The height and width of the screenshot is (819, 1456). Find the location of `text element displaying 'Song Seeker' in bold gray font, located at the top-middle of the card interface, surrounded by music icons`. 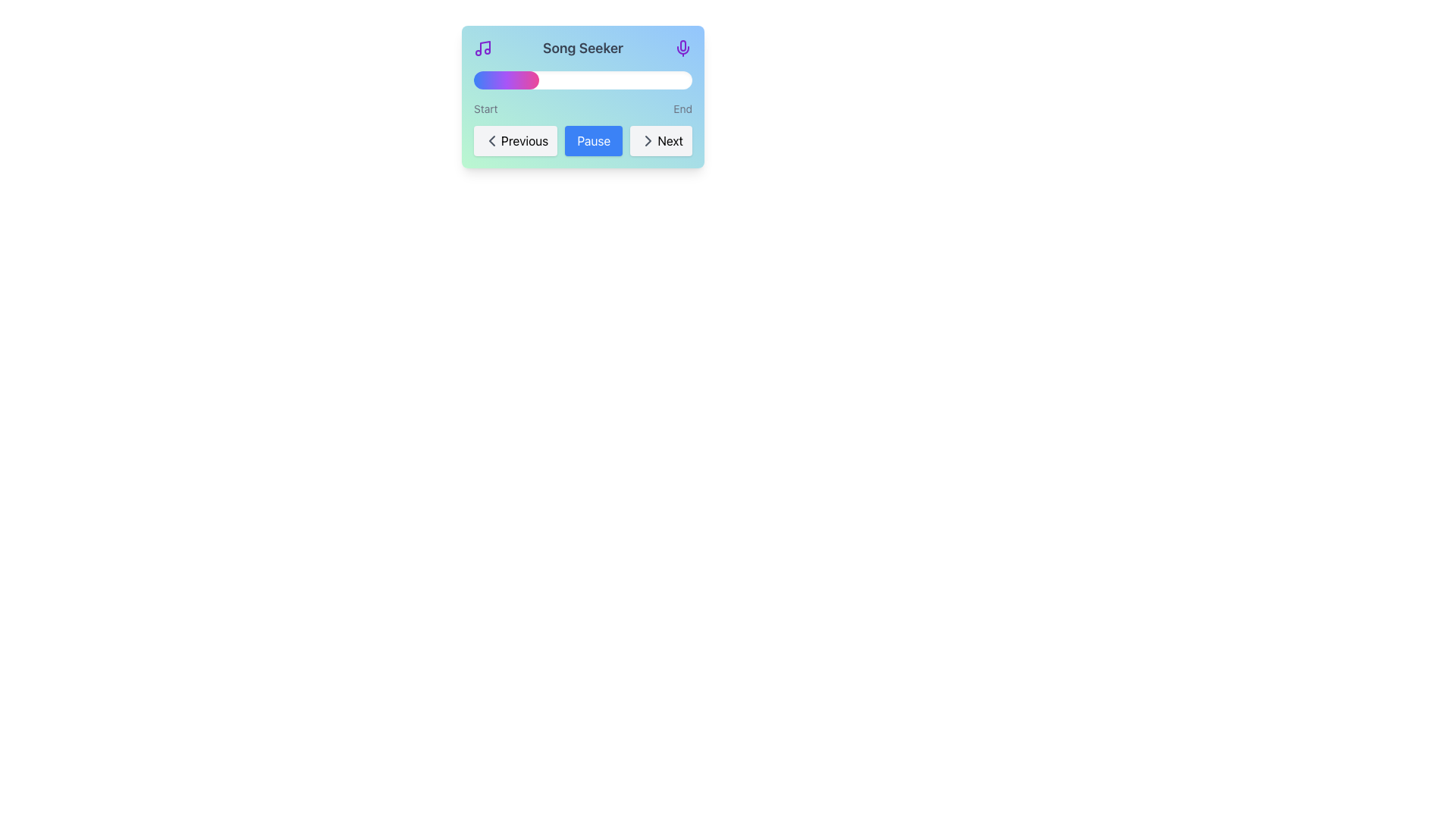

text element displaying 'Song Seeker' in bold gray font, located at the top-middle of the card interface, surrounded by music icons is located at coordinates (582, 48).